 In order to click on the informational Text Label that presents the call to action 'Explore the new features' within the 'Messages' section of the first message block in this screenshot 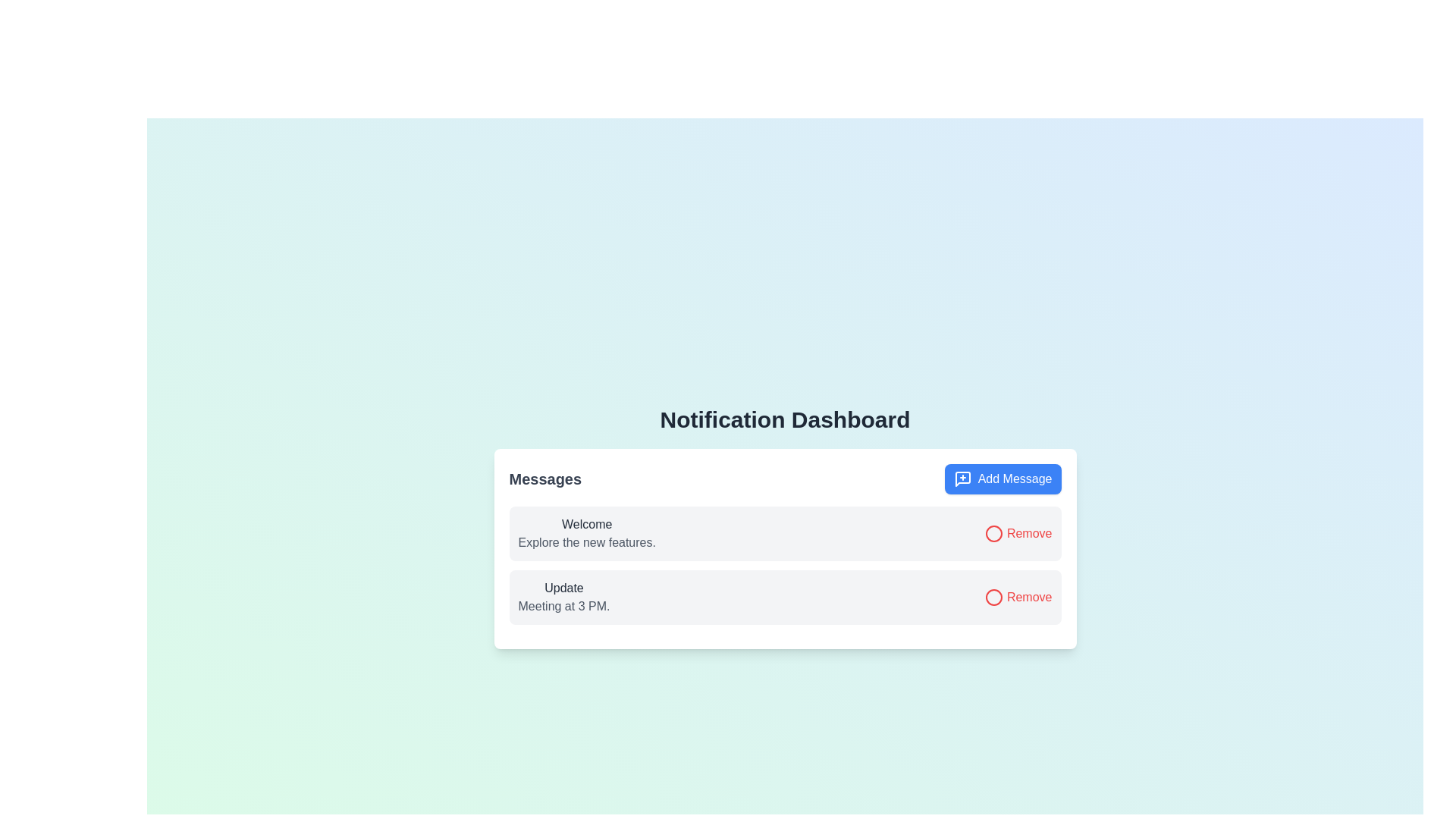, I will do `click(586, 542)`.